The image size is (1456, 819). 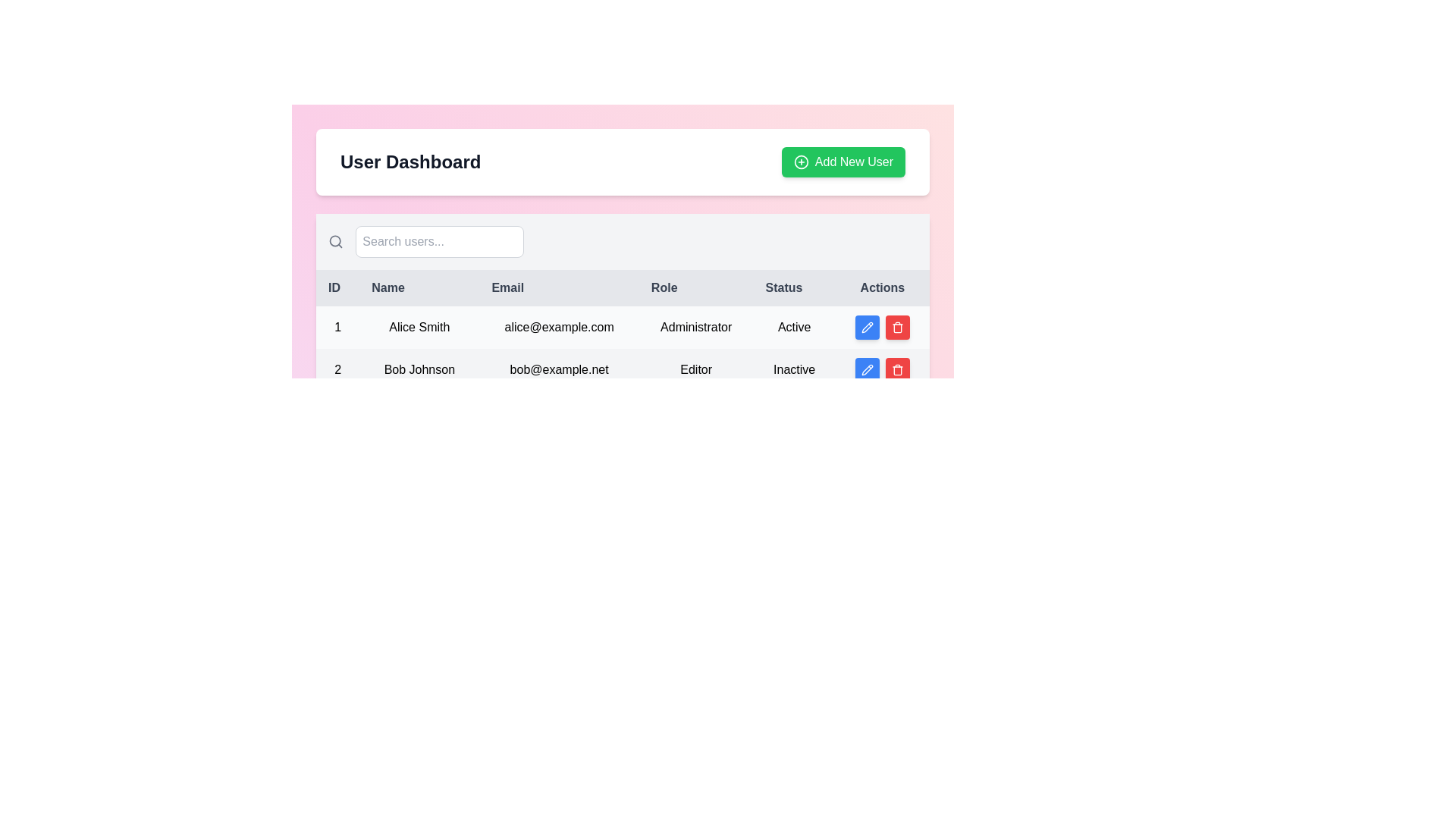 What do you see at coordinates (793, 370) in the screenshot?
I see `the 'Inactive' status text label for user 'Bob Johnson' in the second row of the data table` at bounding box center [793, 370].